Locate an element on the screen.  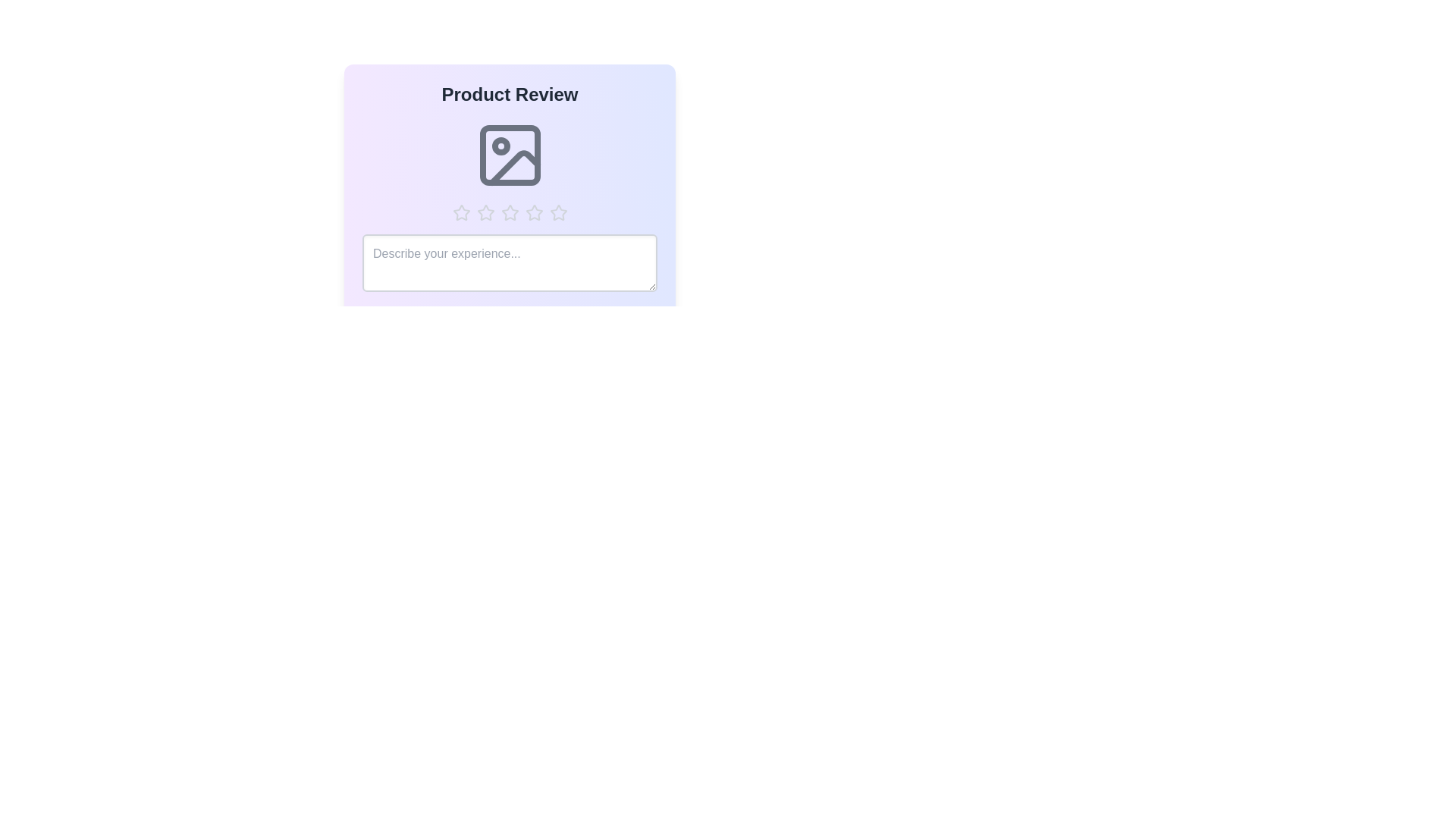
the star corresponding to 1 stars to preview the rating is located at coordinates (460, 213).